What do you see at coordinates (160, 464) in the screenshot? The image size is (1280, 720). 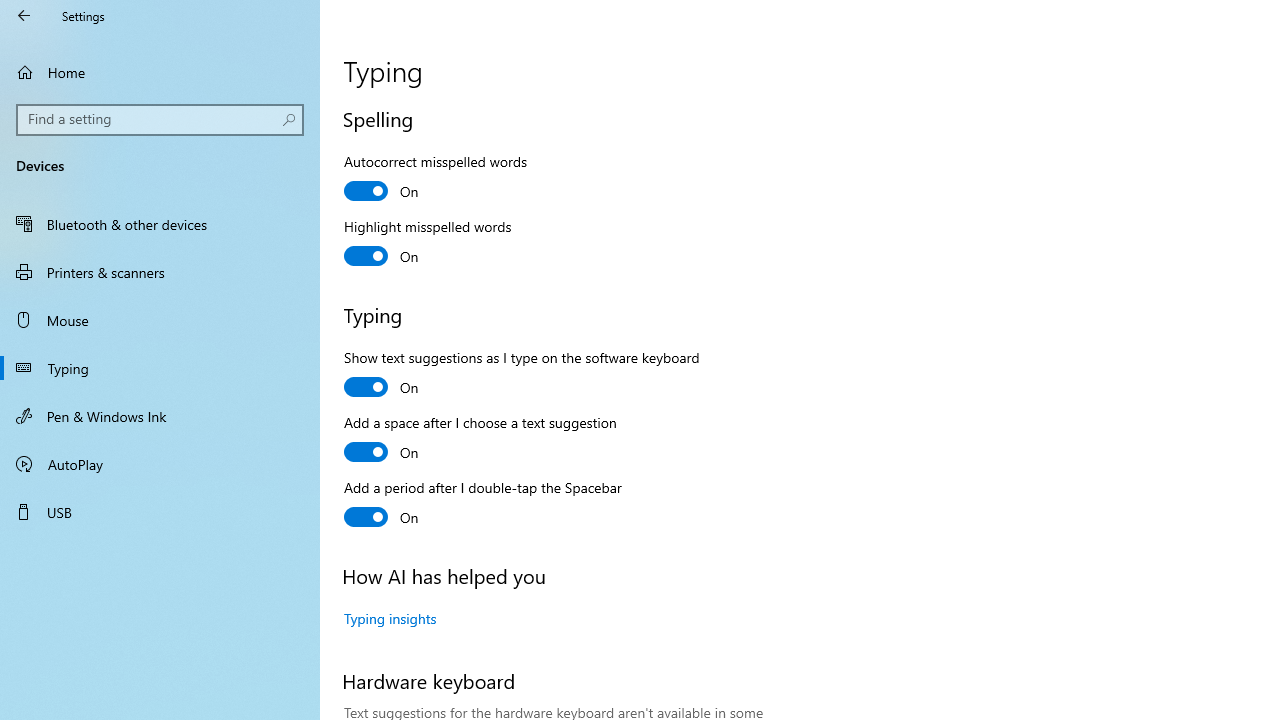 I see `'AutoPlay'` at bounding box center [160, 464].